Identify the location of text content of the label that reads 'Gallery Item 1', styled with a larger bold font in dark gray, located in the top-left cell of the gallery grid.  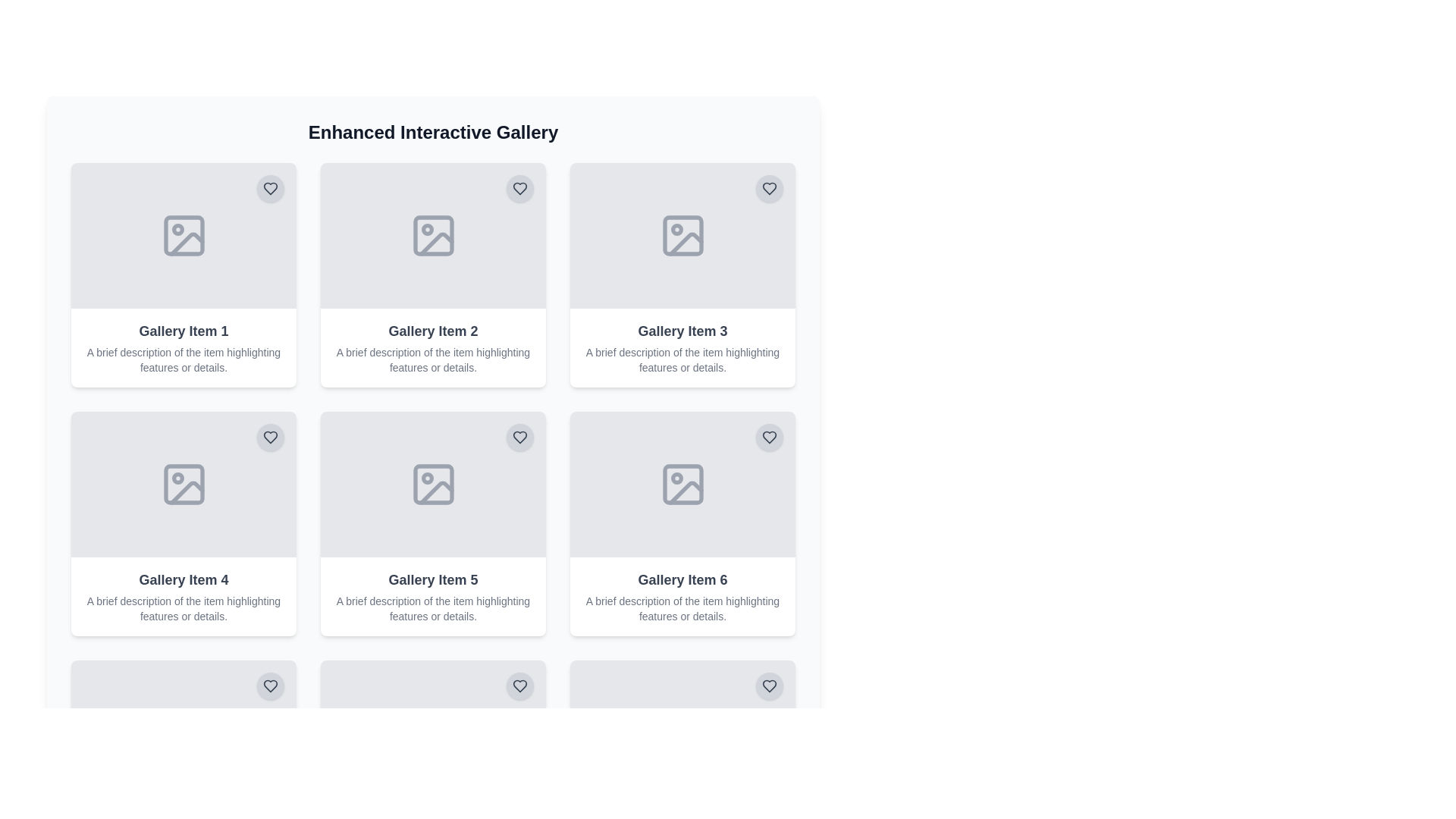
(183, 330).